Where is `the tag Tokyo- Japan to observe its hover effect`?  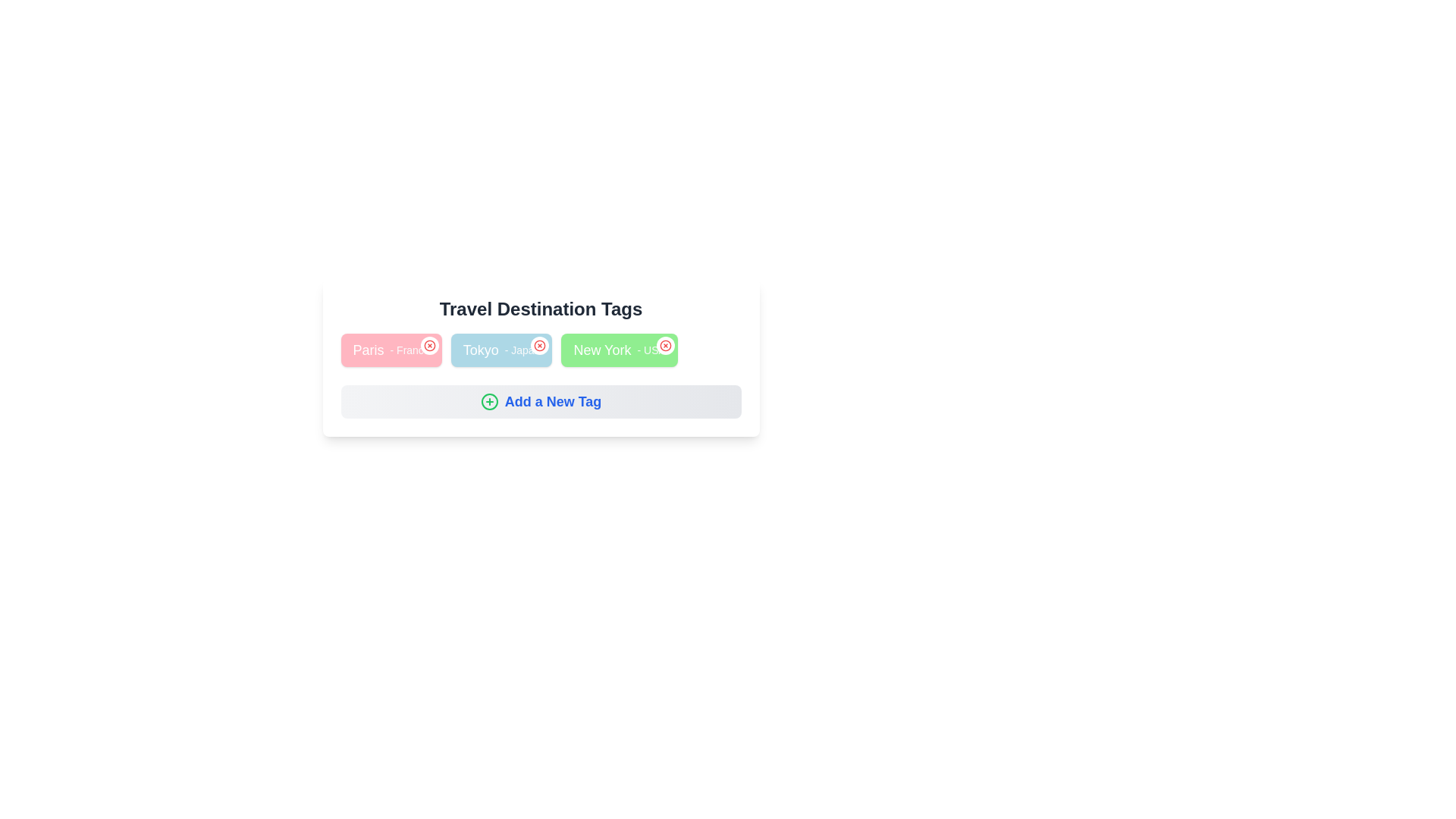
the tag Tokyo- Japan to observe its hover effect is located at coordinates (501, 350).